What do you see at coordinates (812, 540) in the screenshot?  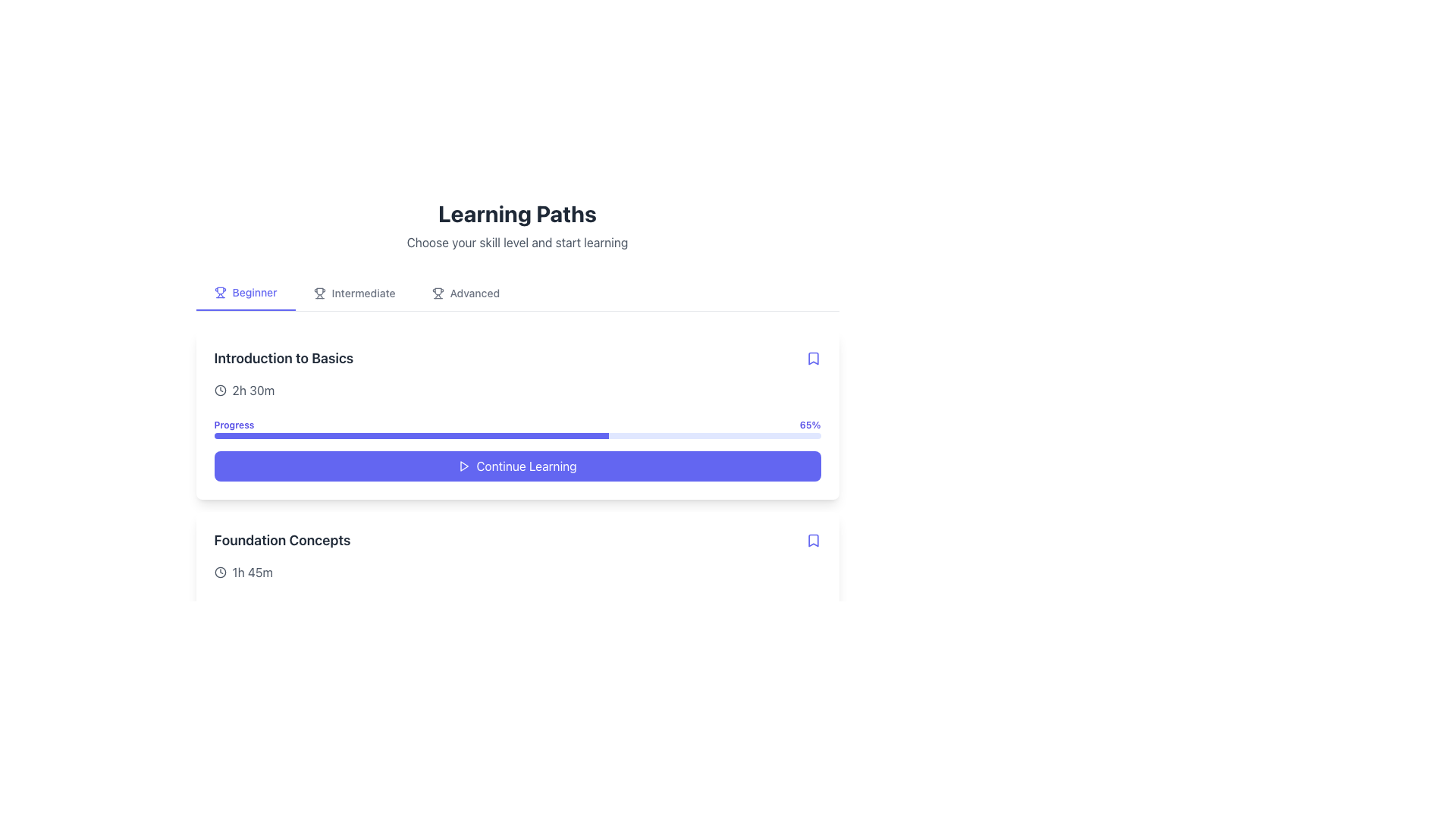 I see `the bookmark icon located in the top-right corner of the 'Foundation Concepts' topic card` at bounding box center [812, 540].